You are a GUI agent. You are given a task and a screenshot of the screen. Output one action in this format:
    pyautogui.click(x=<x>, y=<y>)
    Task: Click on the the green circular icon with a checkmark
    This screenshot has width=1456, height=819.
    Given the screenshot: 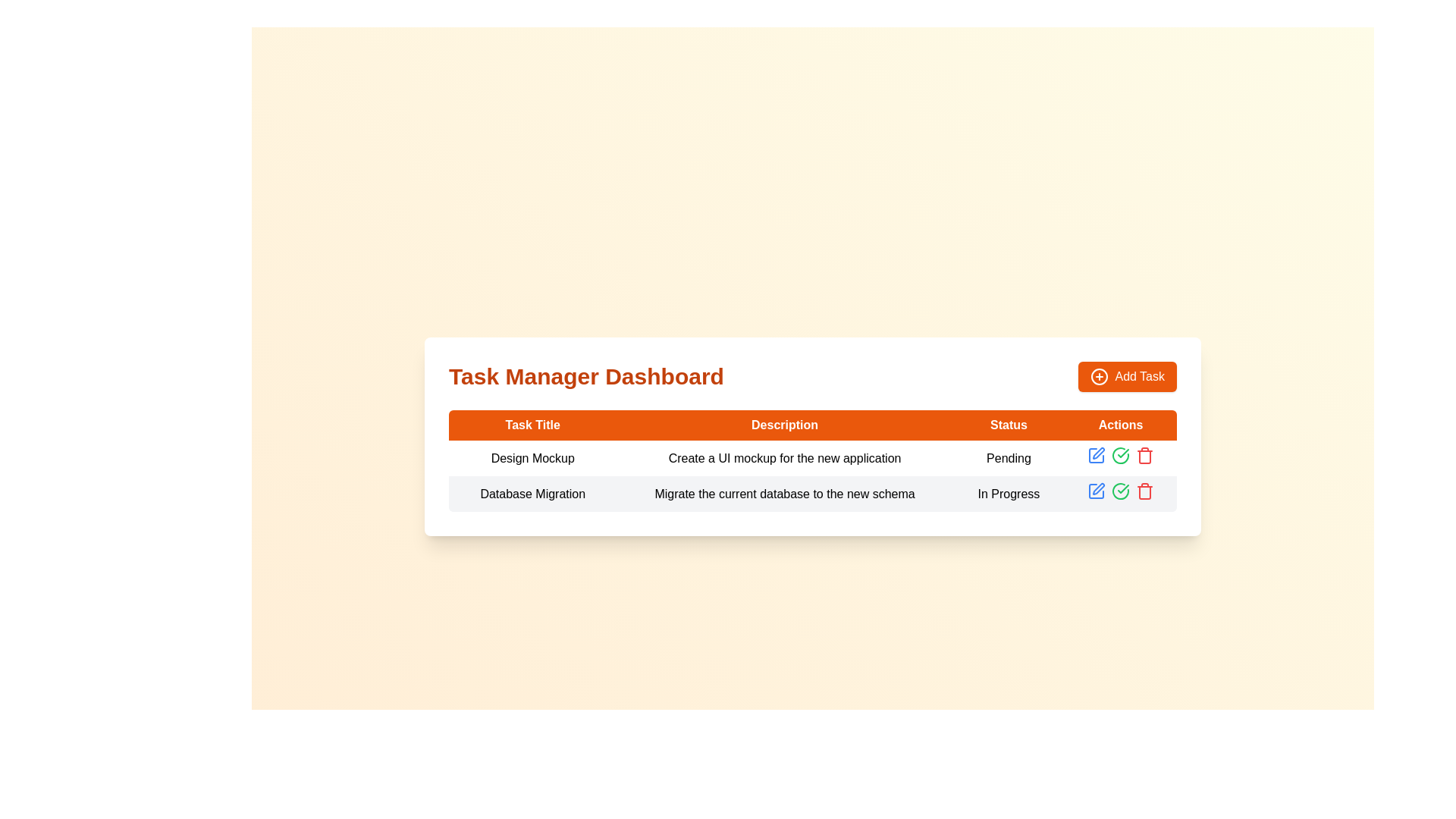 What is the action you would take?
    pyautogui.click(x=1121, y=494)
    